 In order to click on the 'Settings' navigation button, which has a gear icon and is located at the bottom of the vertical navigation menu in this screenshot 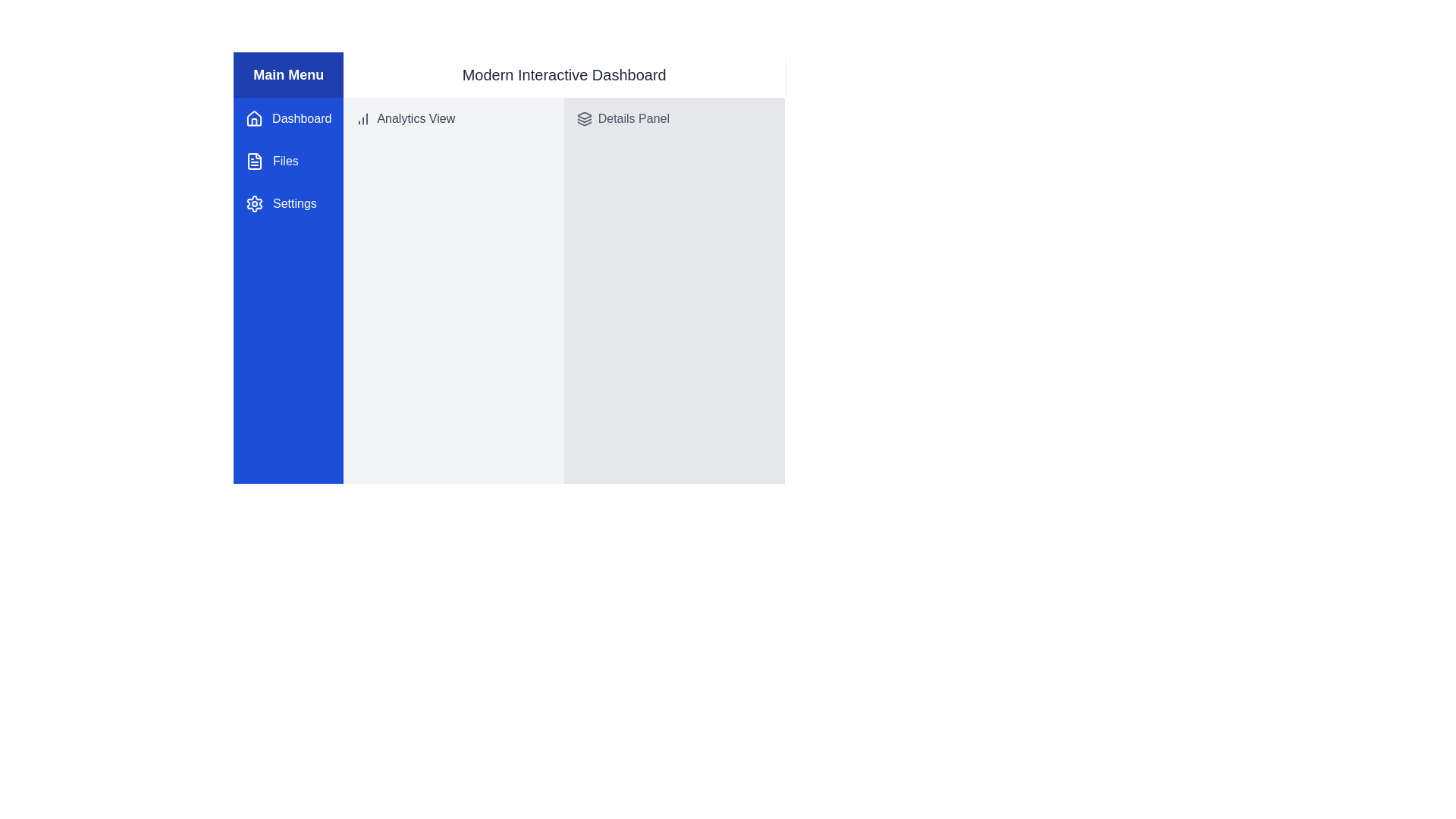, I will do `click(288, 203)`.